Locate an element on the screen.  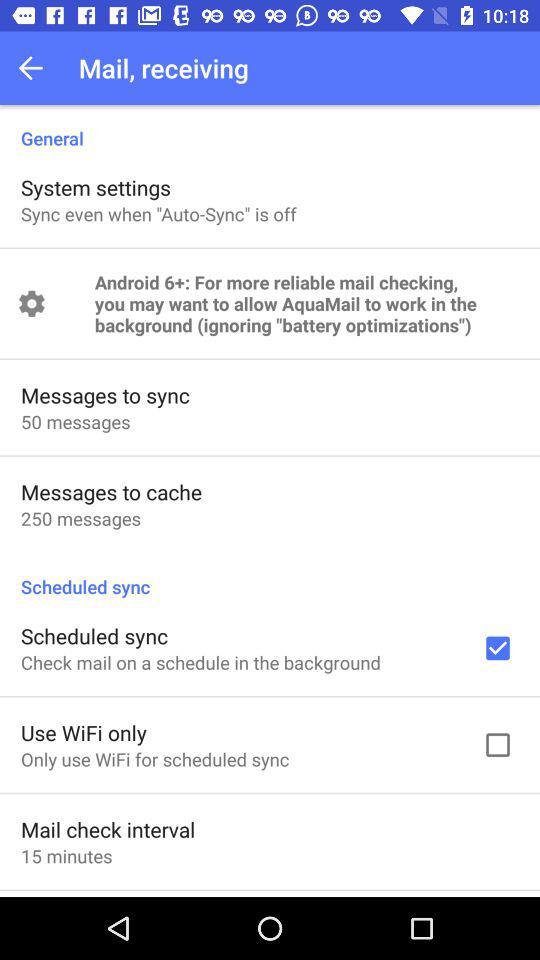
icon below the sync even when is located at coordinates (306, 303).